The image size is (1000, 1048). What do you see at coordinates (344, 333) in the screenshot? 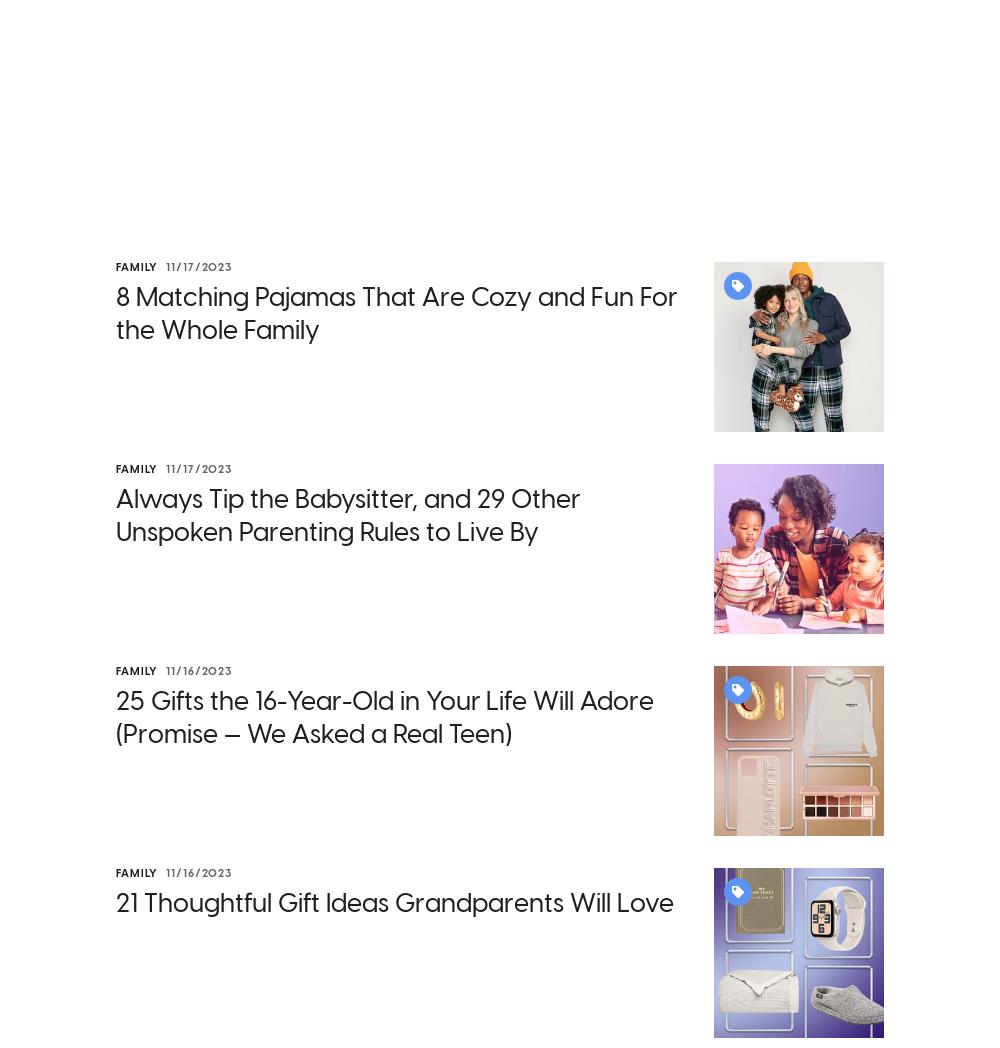
I see `'2. Increasing Funds to Childcare Operators'` at bounding box center [344, 333].